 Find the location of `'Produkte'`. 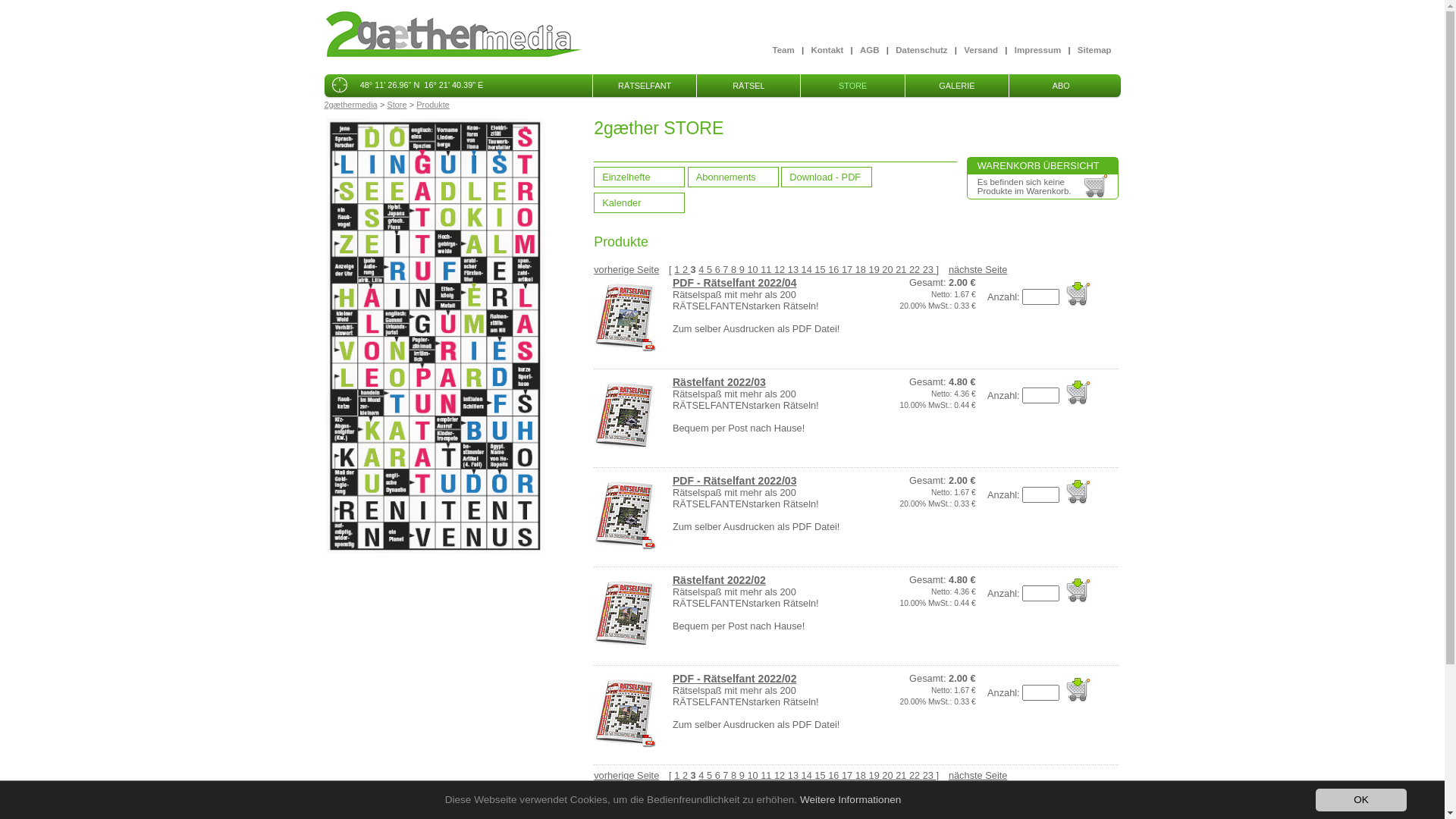

'Produkte' is located at coordinates (416, 104).